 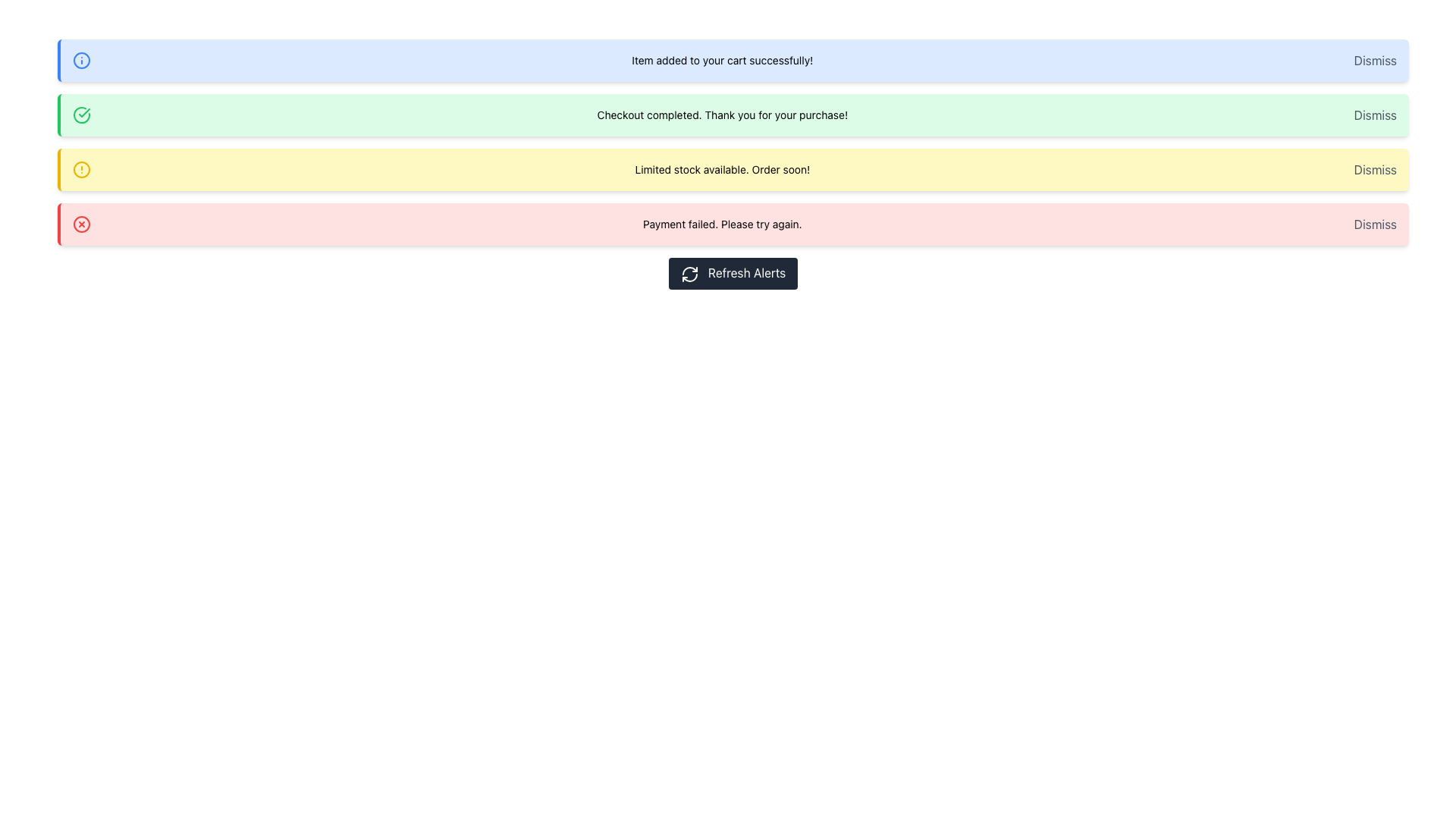 What do you see at coordinates (721, 60) in the screenshot?
I see `the notification text that informs the user about an item successfully added to the shopping cart, which is positioned within a light blue alert box with a bold blue left accent line` at bounding box center [721, 60].